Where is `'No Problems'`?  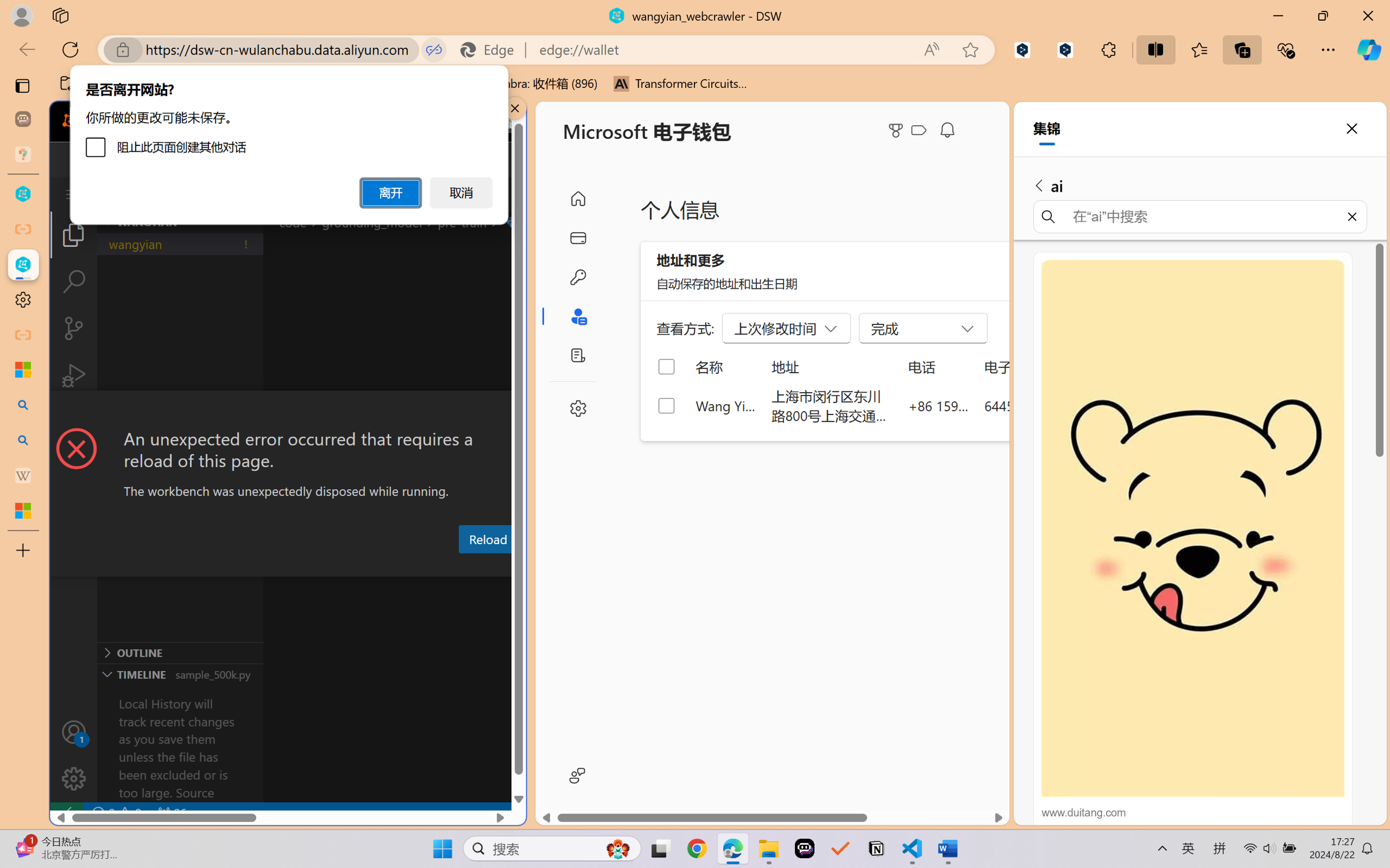
'No Problems' is located at coordinates (115, 812).